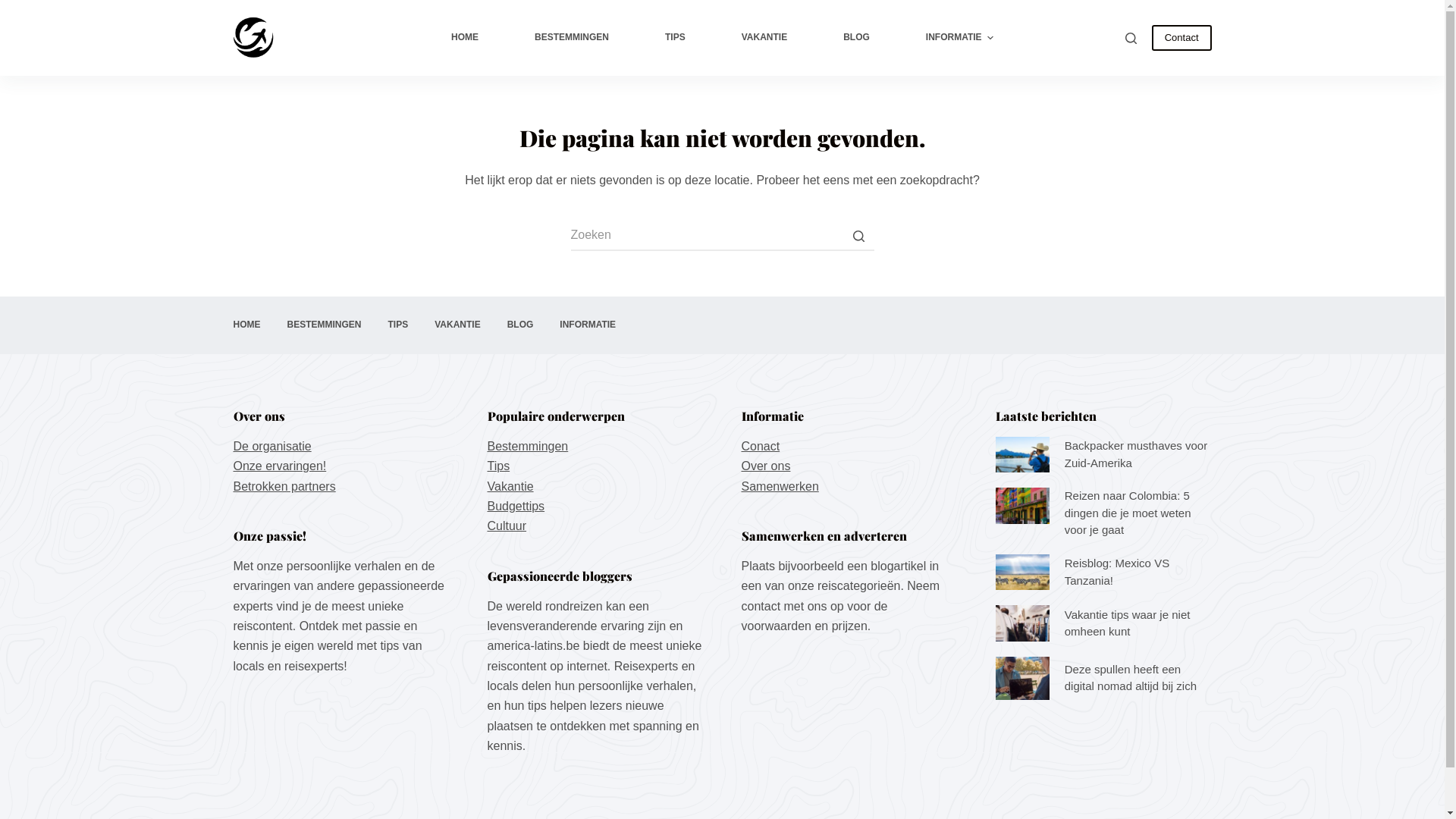 Image resolution: width=1456 pixels, height=819 pixels. Describe the element at coordinates (546, 324) in the screenshot. I see `'INFORMATIE'` at that location.